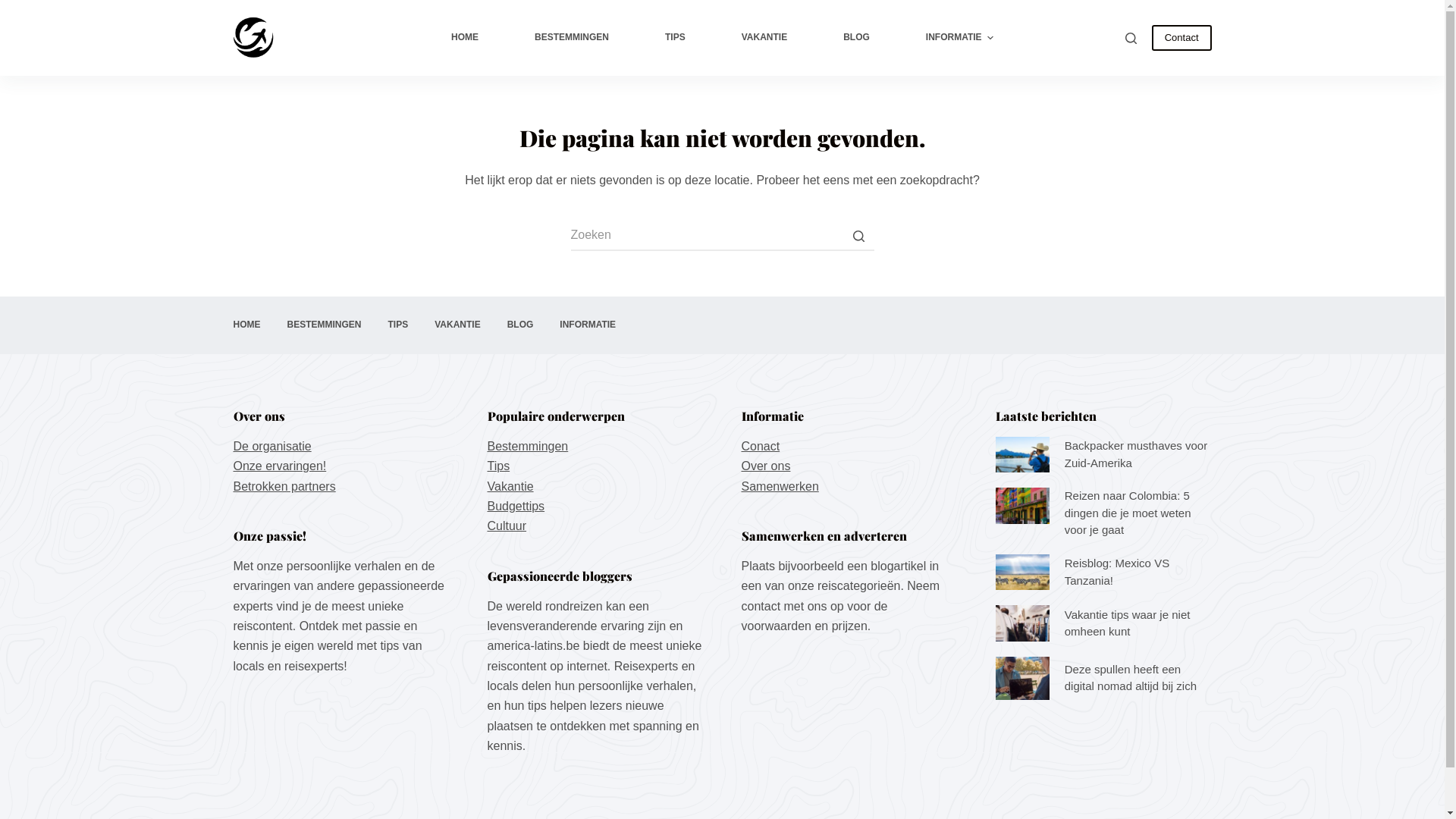 Image resolution: width=1456 pixels, height=819 pixels. Describe the element at coordinates (546, 324) in the screenshot. I see `'INFORMATIE'` at that location.